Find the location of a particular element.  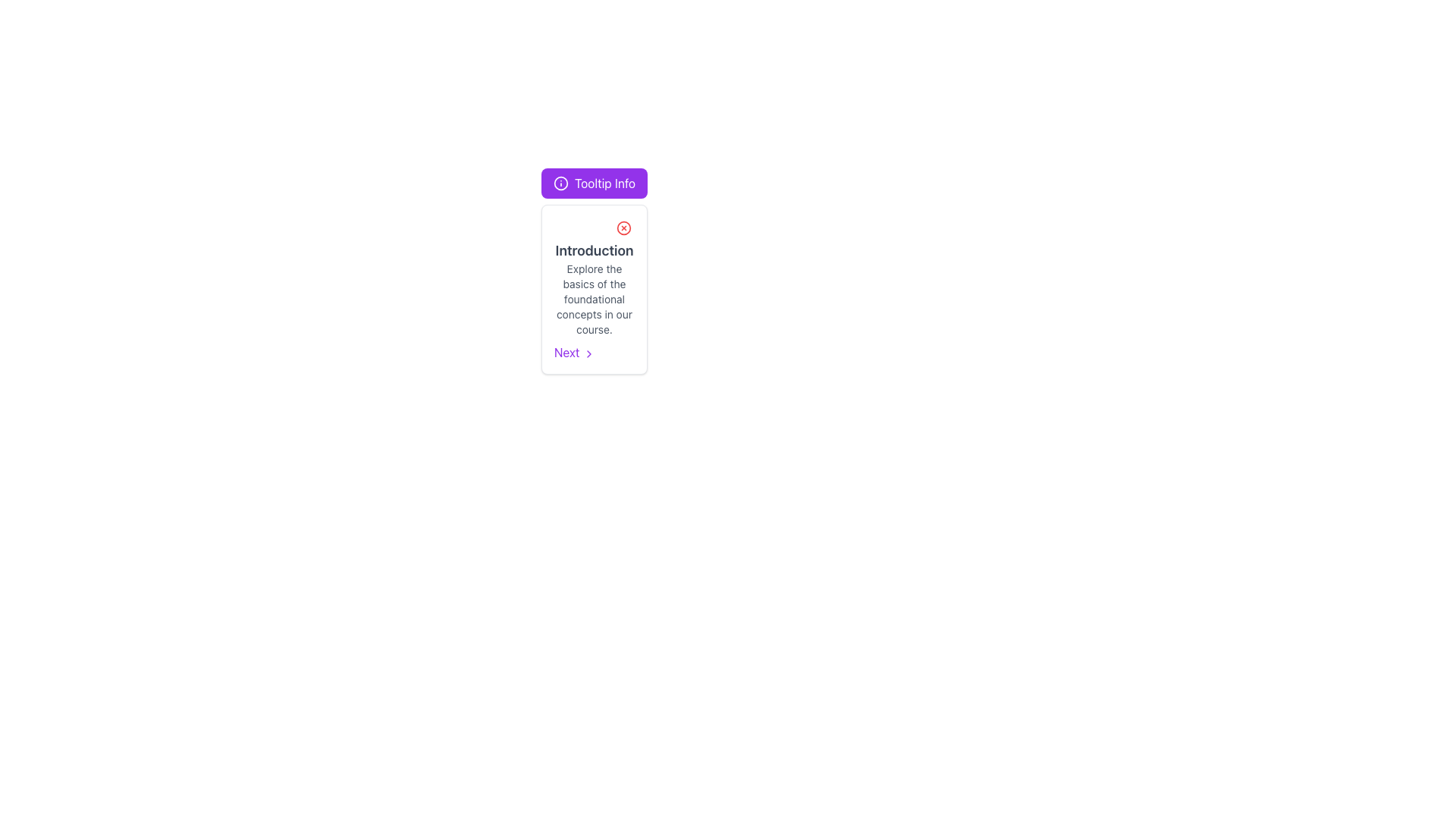

the 'Next' button area which features a right-pointing chevron icon to provide visual feedback is located at coordinates (588, 353).